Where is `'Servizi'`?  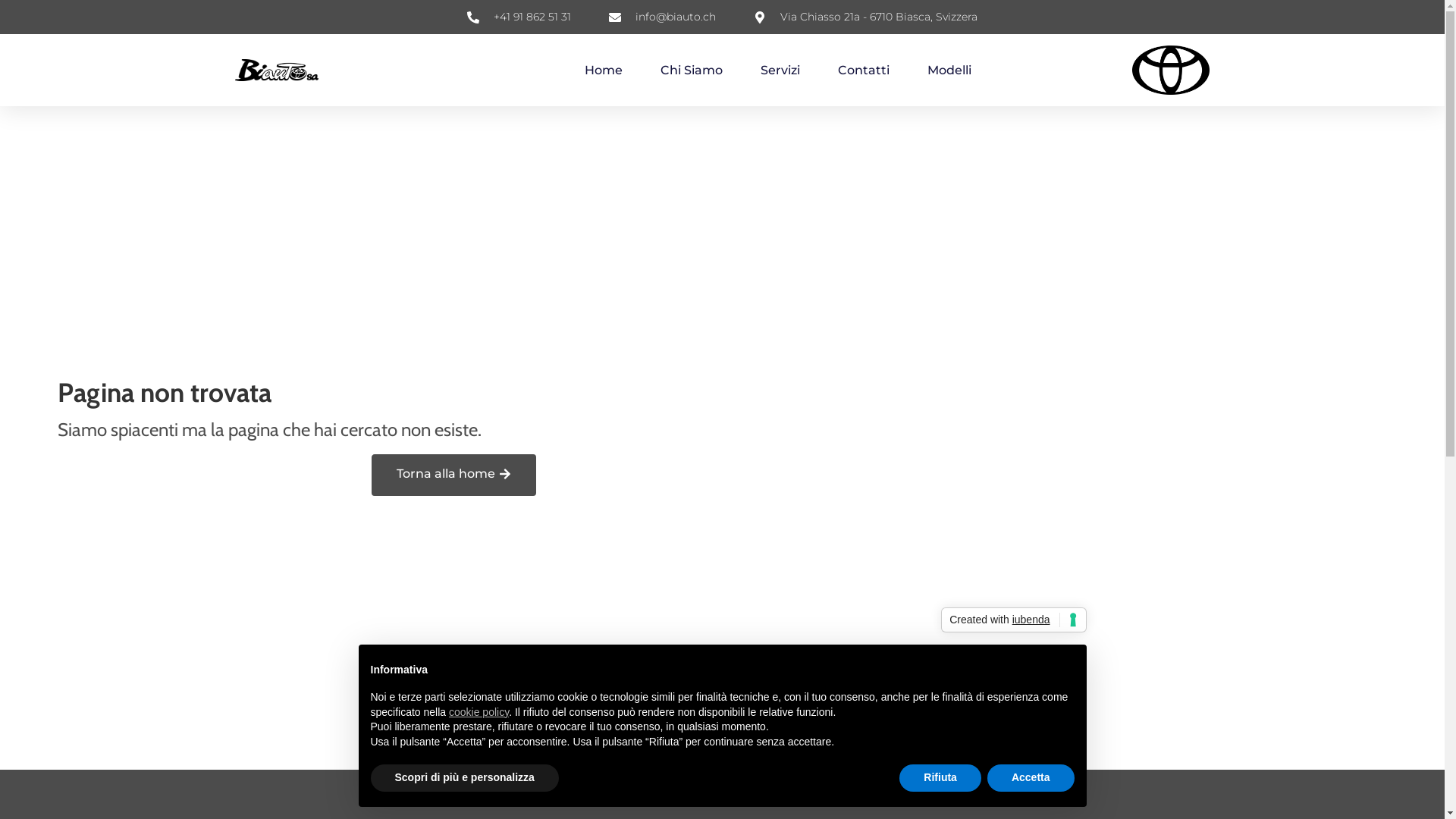
'Servizi' is located at coordinates (761, 70).